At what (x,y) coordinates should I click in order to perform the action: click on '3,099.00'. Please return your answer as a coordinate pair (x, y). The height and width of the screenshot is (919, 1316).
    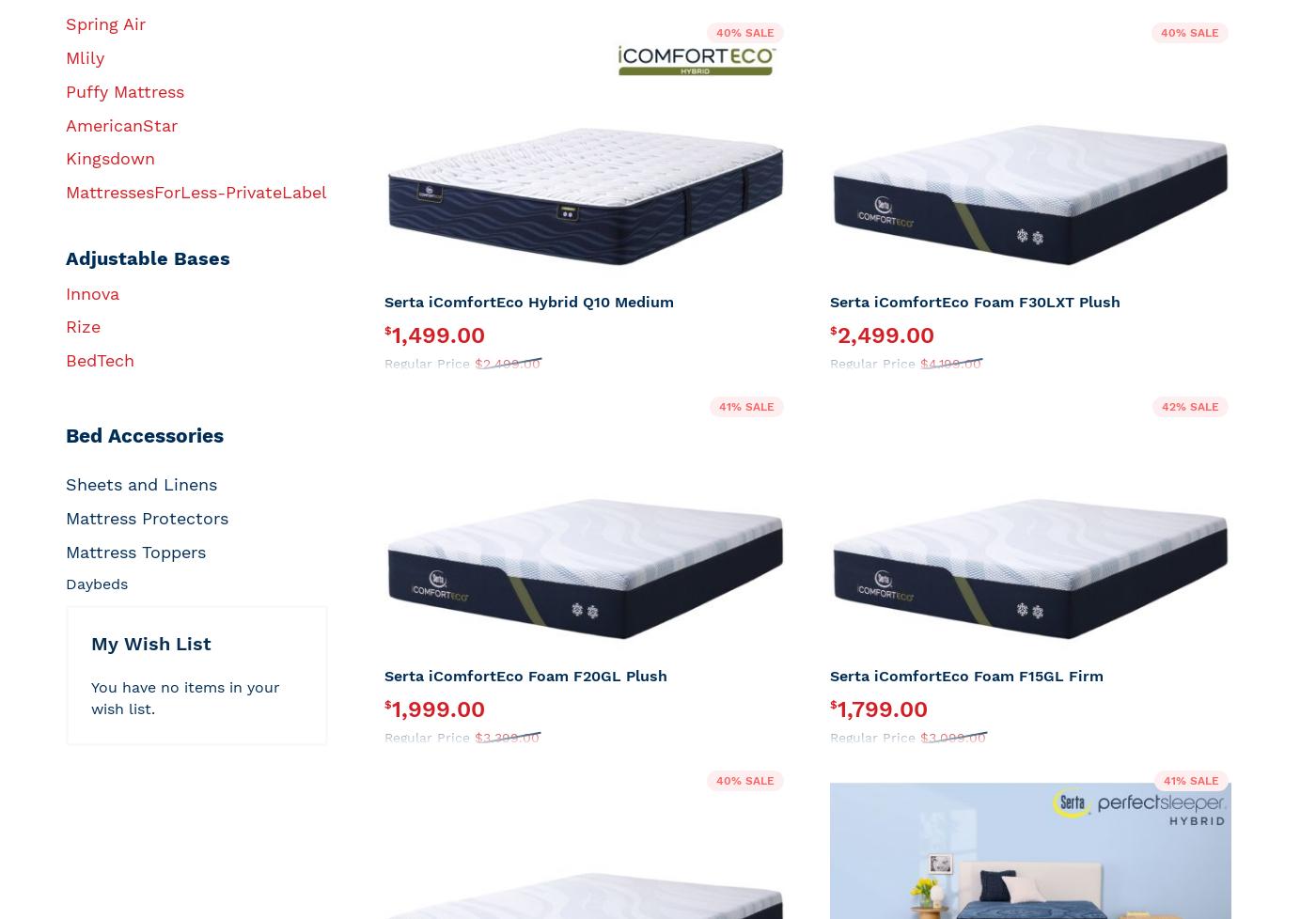
    Looking at the image, I should click on (956, 735).